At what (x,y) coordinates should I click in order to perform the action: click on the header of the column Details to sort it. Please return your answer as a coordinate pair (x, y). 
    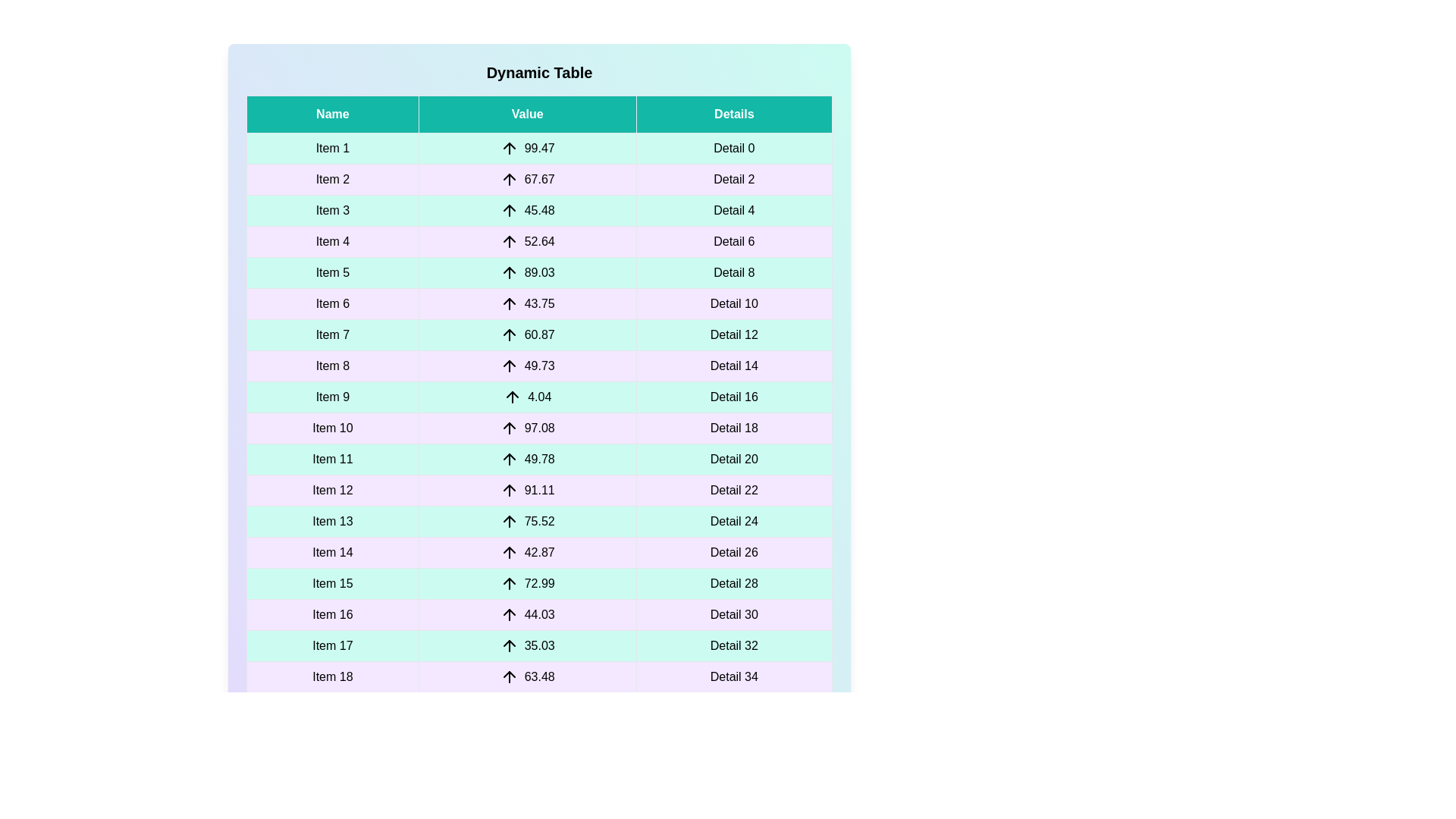
    Looking at the image, I should click on (734, 113).